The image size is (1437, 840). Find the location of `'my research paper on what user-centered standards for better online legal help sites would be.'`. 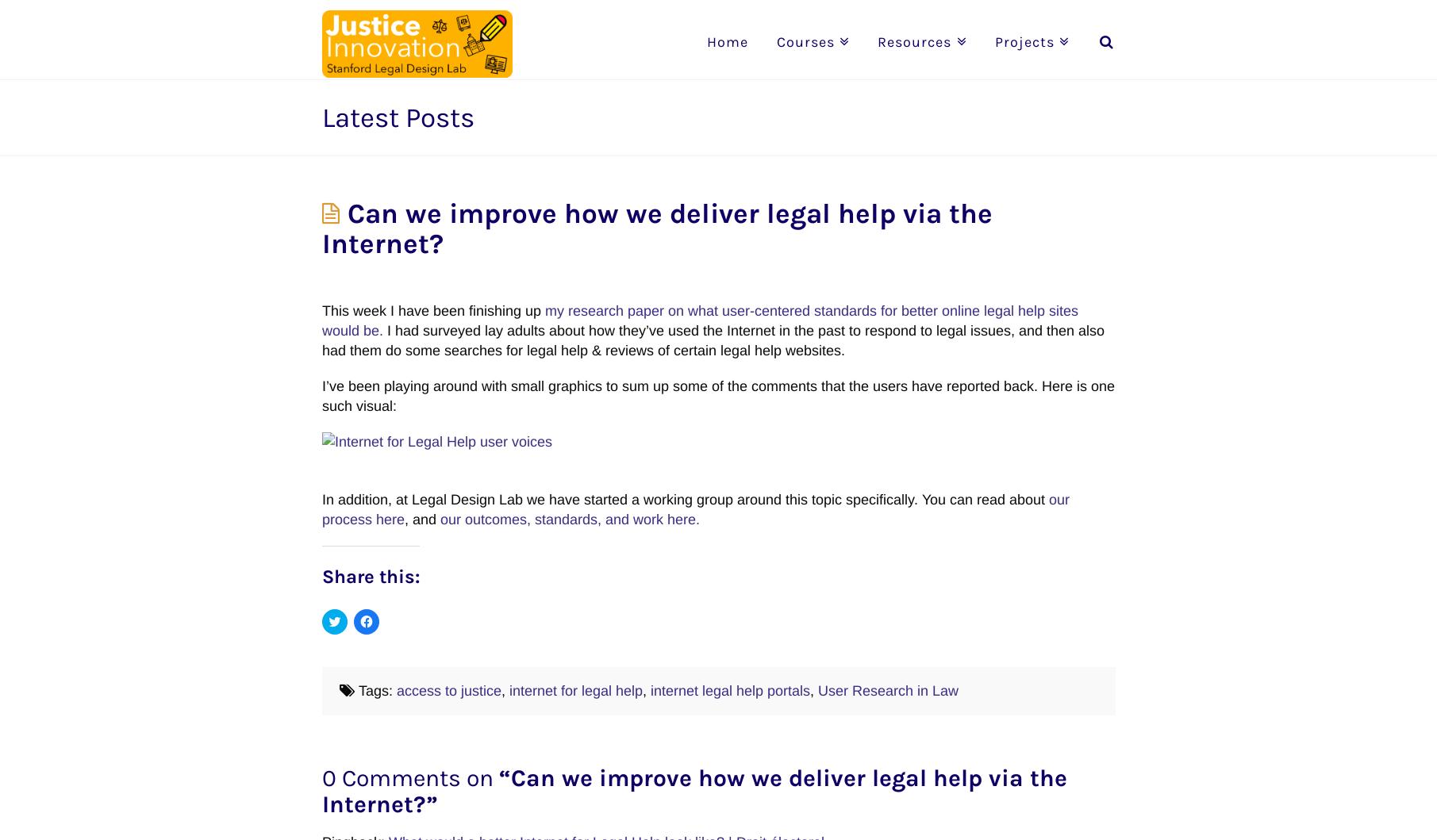

'my research paper on what user-centered standards for better online legal help sites would be.' is located at coordinates (699, 319).